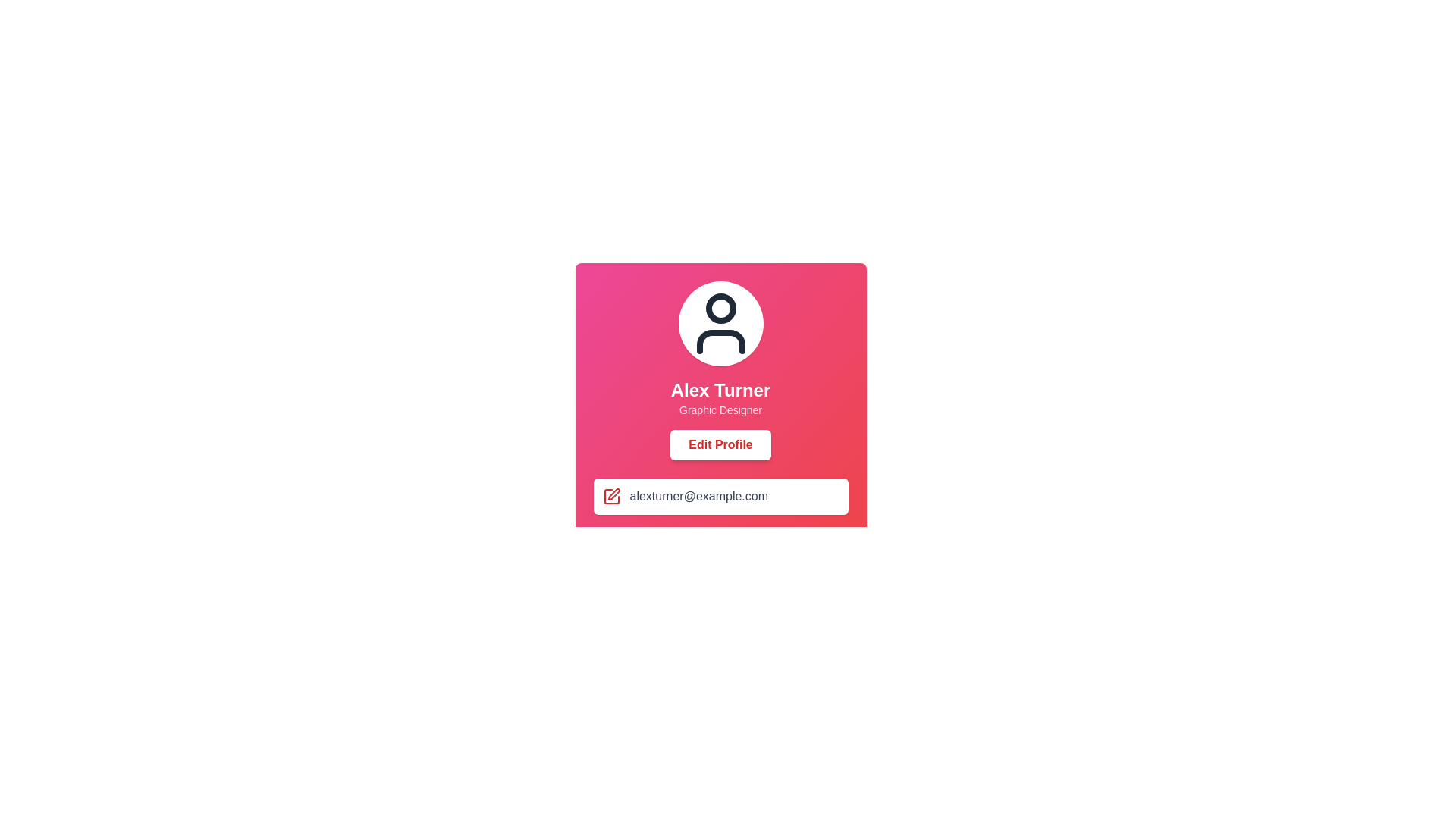 This screenshot has width=1456, height=819. I want to click on the circular element representing the head of the user icon, which is part of the SVG user profile icon located at the upper middle of the interface, so click(720, 308).